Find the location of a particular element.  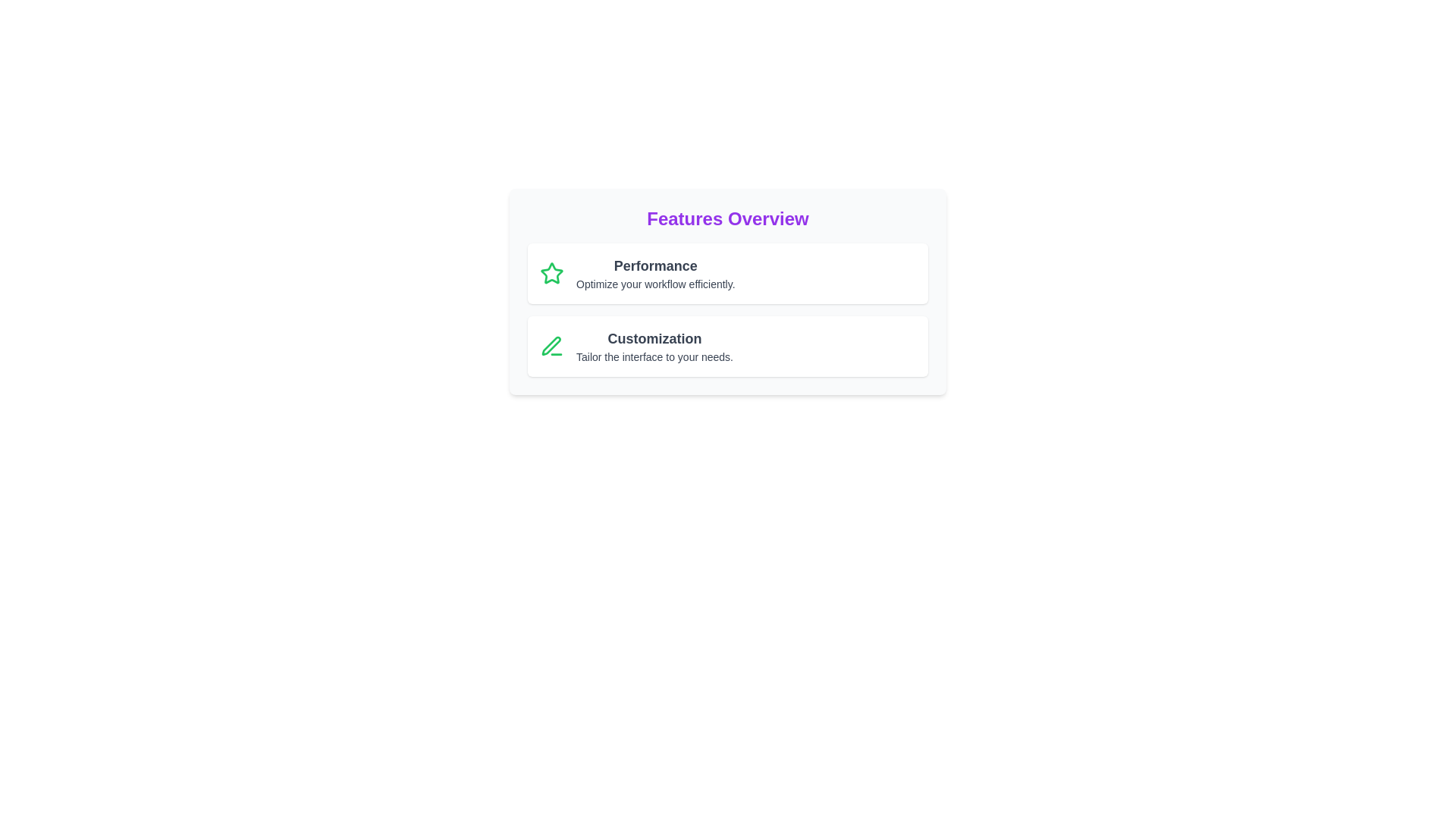

the 'Performance' text block, which features a bold title and smaller explanation text, located in the top card of the vertically stacked layout is located at coordinates (655, 274).